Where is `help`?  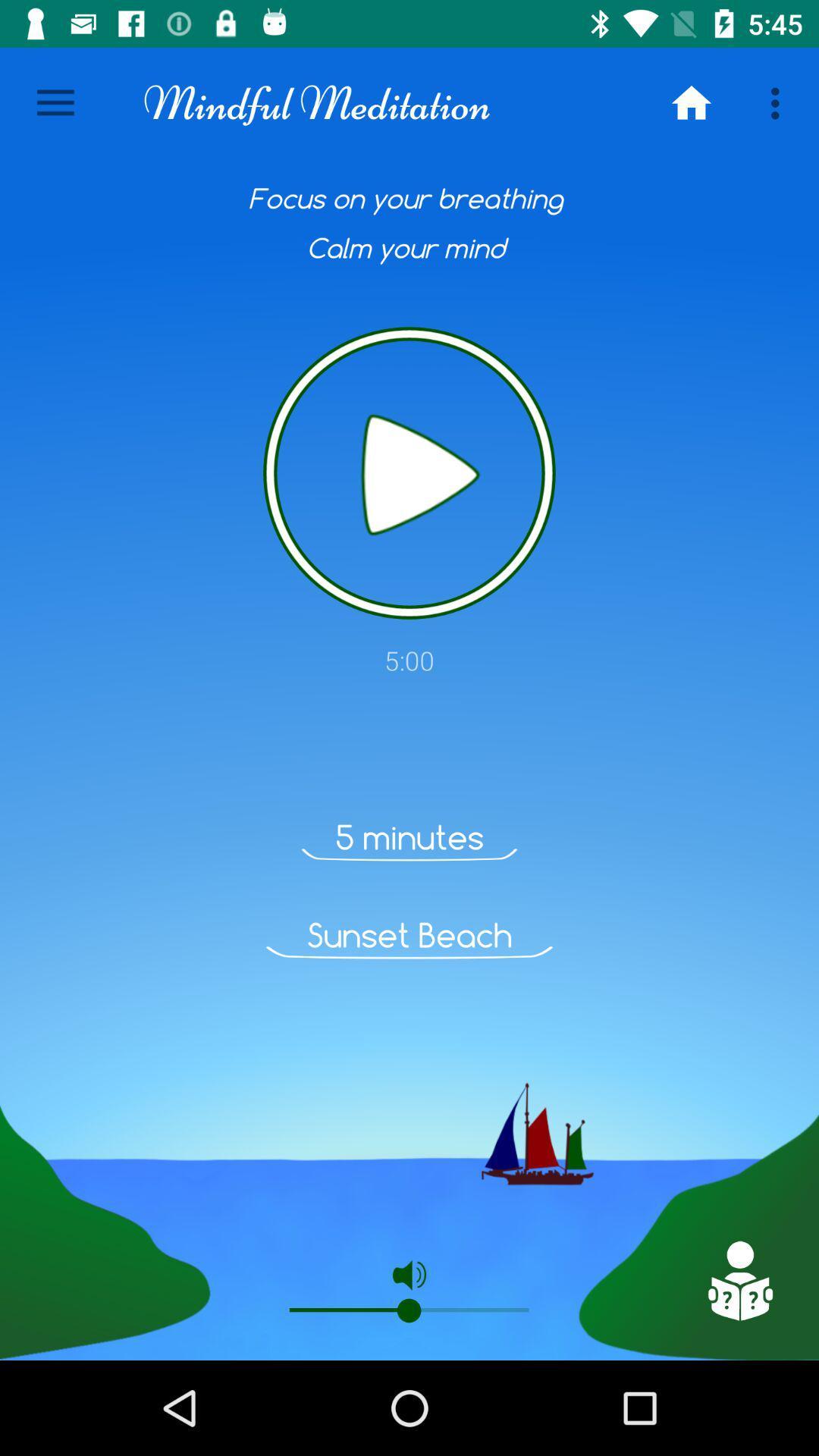
help is located at coordinates (739, 1280).